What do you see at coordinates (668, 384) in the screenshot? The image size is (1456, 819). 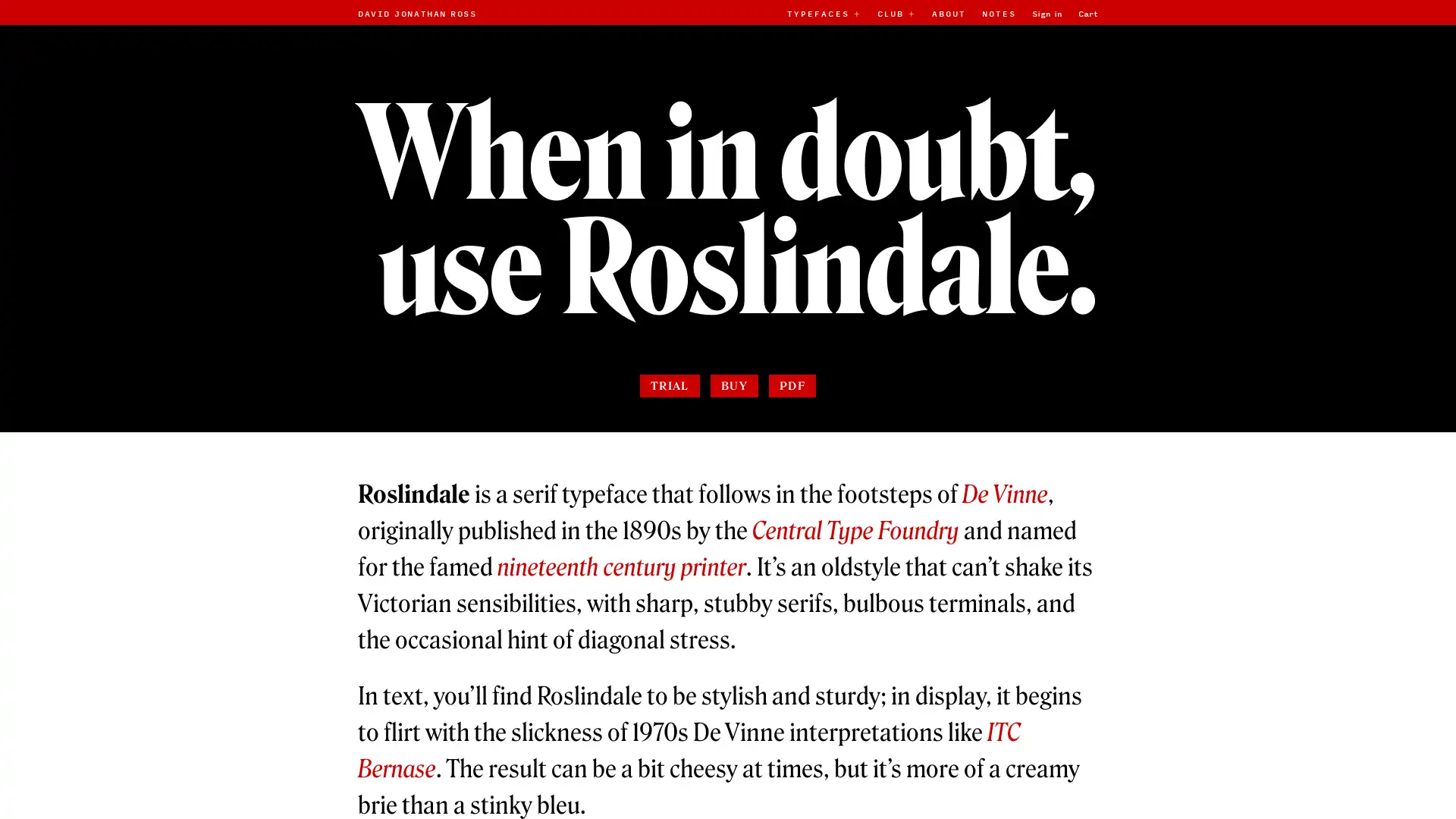 I see `Trial` at bounding box center [668, 384].